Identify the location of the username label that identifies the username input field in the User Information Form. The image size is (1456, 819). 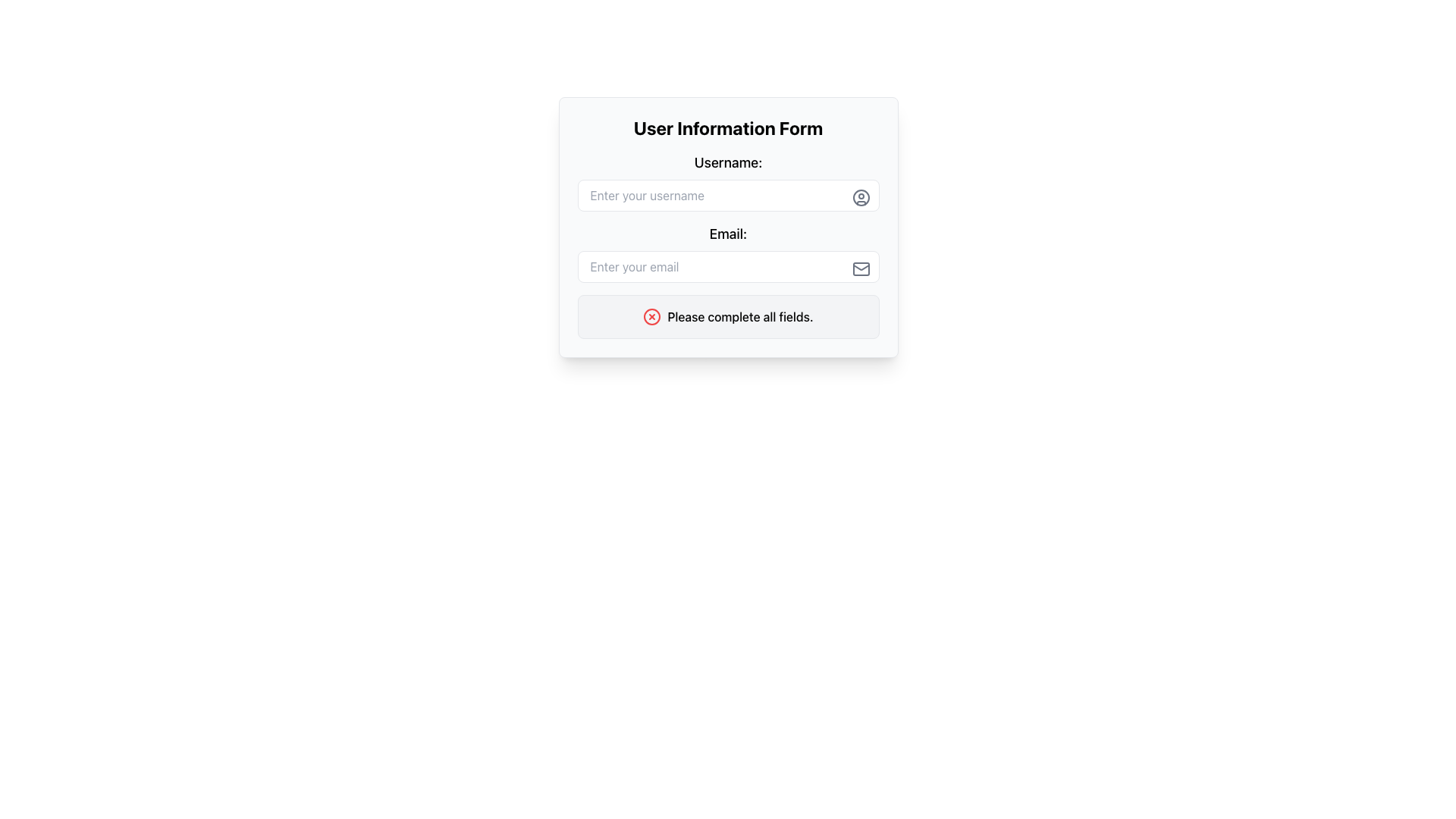
(728, 163).